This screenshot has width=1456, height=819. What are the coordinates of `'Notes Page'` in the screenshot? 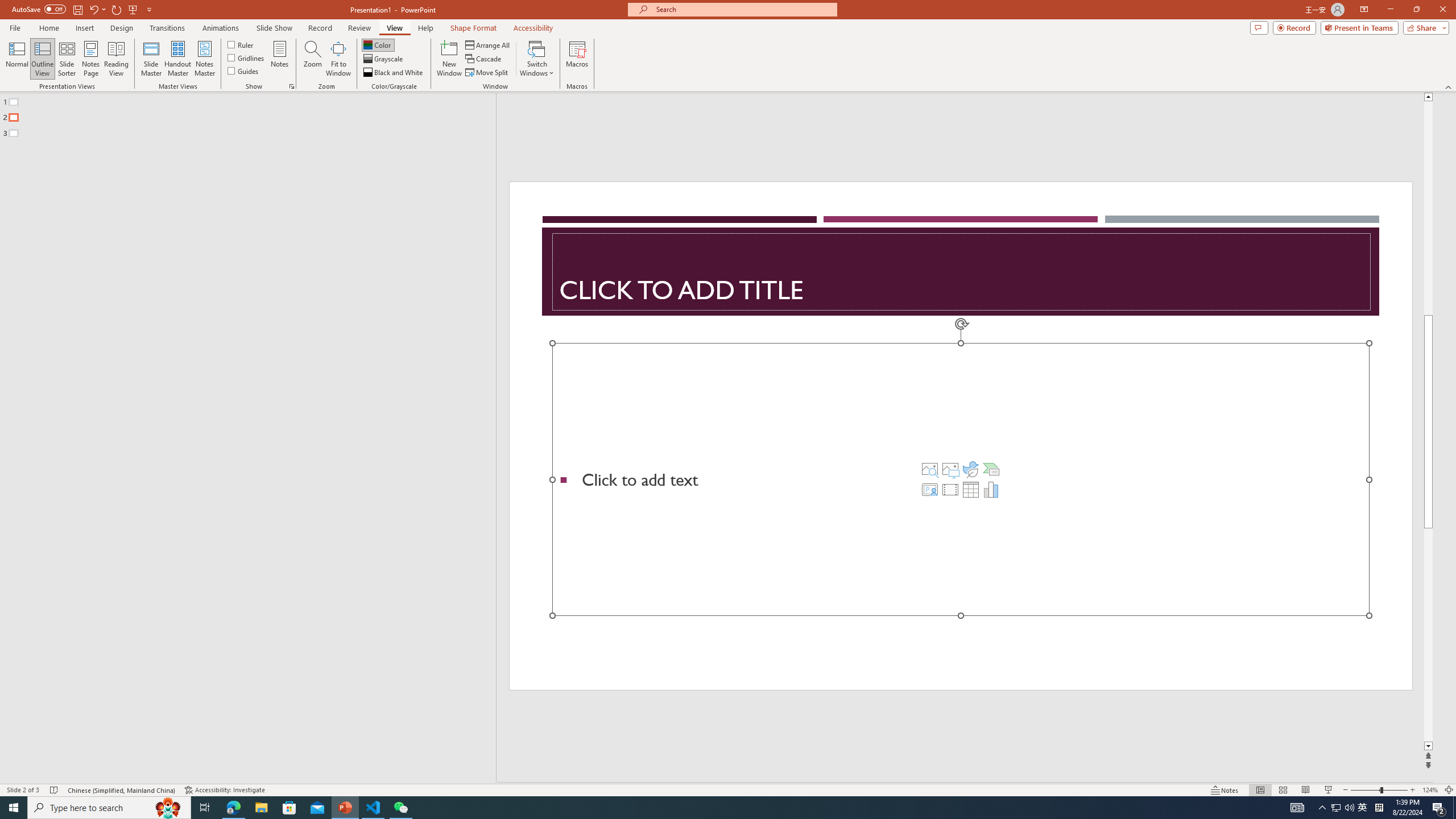 It's located at (90, 59).